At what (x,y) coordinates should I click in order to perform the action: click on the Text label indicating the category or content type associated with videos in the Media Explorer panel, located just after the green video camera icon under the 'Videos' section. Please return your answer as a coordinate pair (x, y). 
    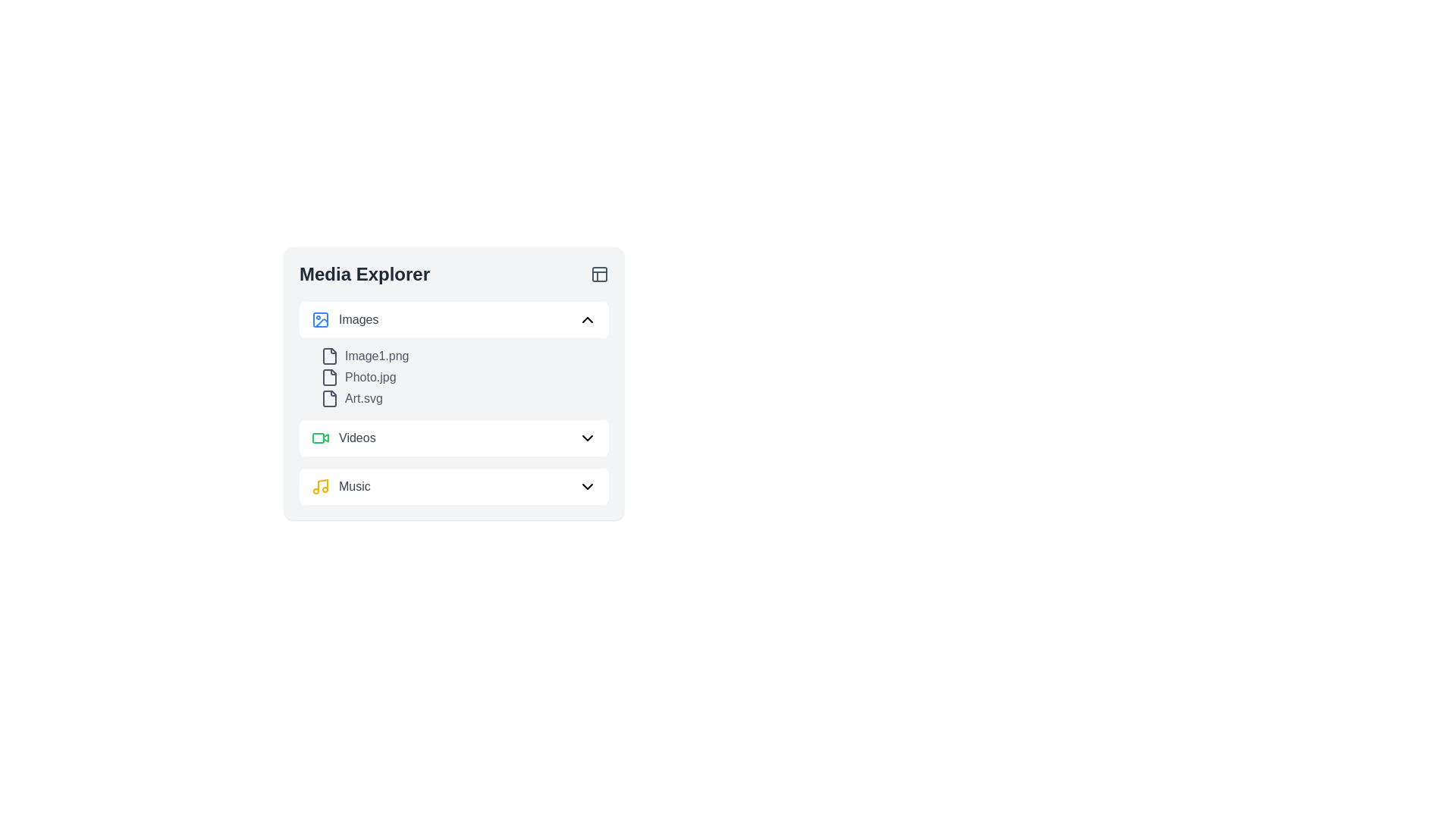
    Looking at the image, I should click on (343, 438).